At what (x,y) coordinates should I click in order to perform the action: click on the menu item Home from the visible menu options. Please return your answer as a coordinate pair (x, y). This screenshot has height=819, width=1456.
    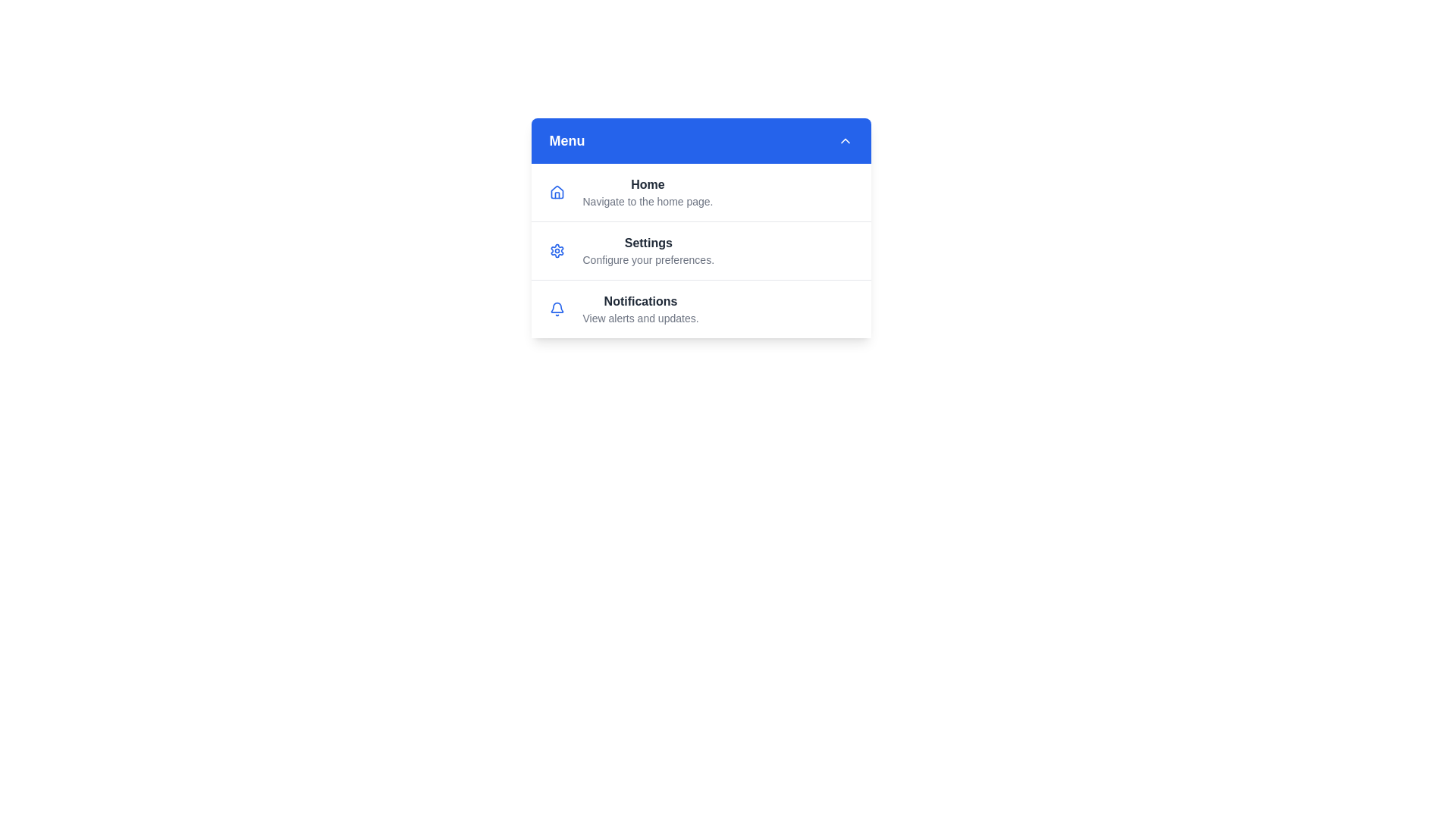
    Looking at the image, I should click on (700, 192).